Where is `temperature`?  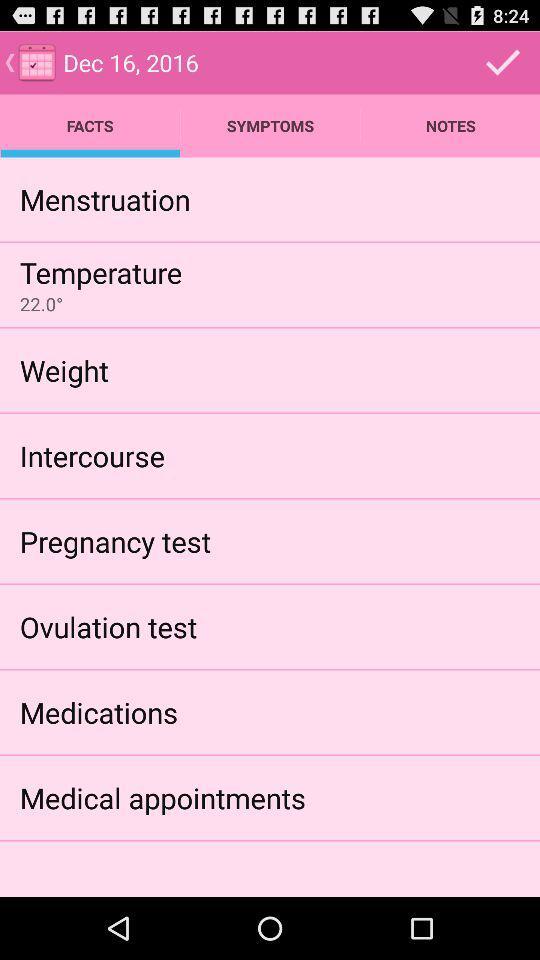
temperature is located at coordinates (100, 271).